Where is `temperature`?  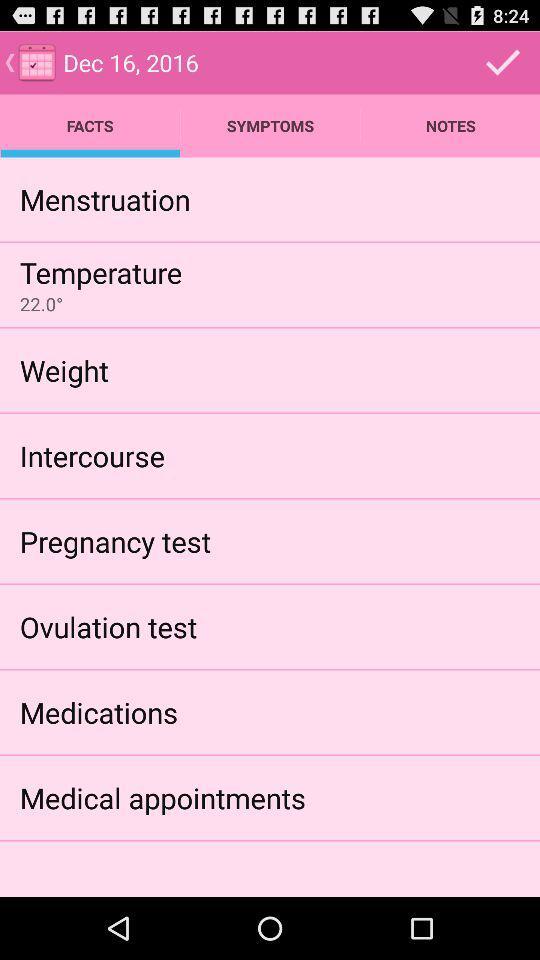
temperature is located at coordinates (100, 271).